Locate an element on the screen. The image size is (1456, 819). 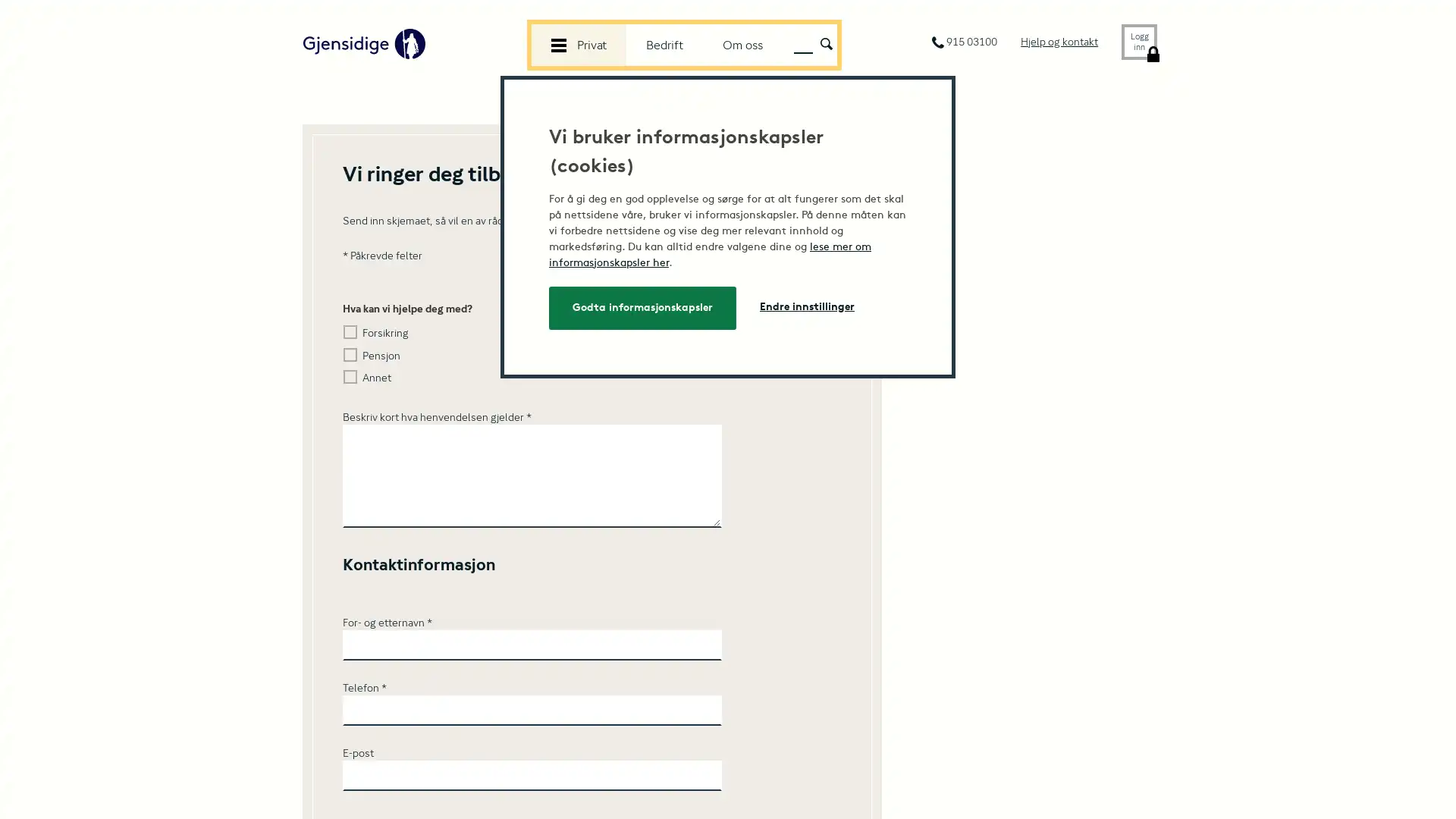
Skeknapp is located at coordinates (825, 42).